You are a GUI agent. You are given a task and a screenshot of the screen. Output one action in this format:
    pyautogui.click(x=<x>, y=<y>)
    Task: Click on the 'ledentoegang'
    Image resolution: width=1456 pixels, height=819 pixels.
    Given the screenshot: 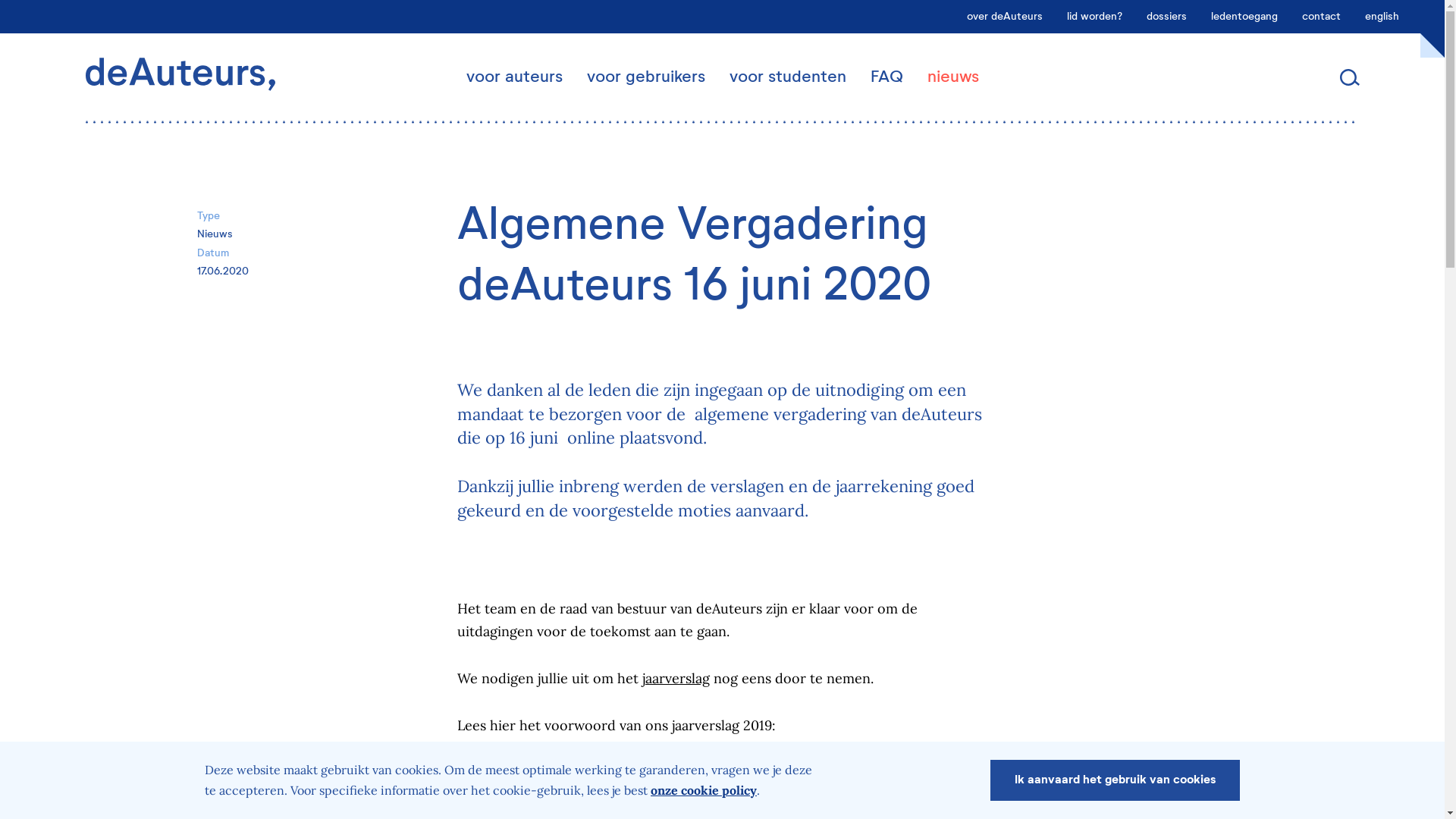 What is the action you would take?
    pyautogui.click(x=1244, y=17)
    